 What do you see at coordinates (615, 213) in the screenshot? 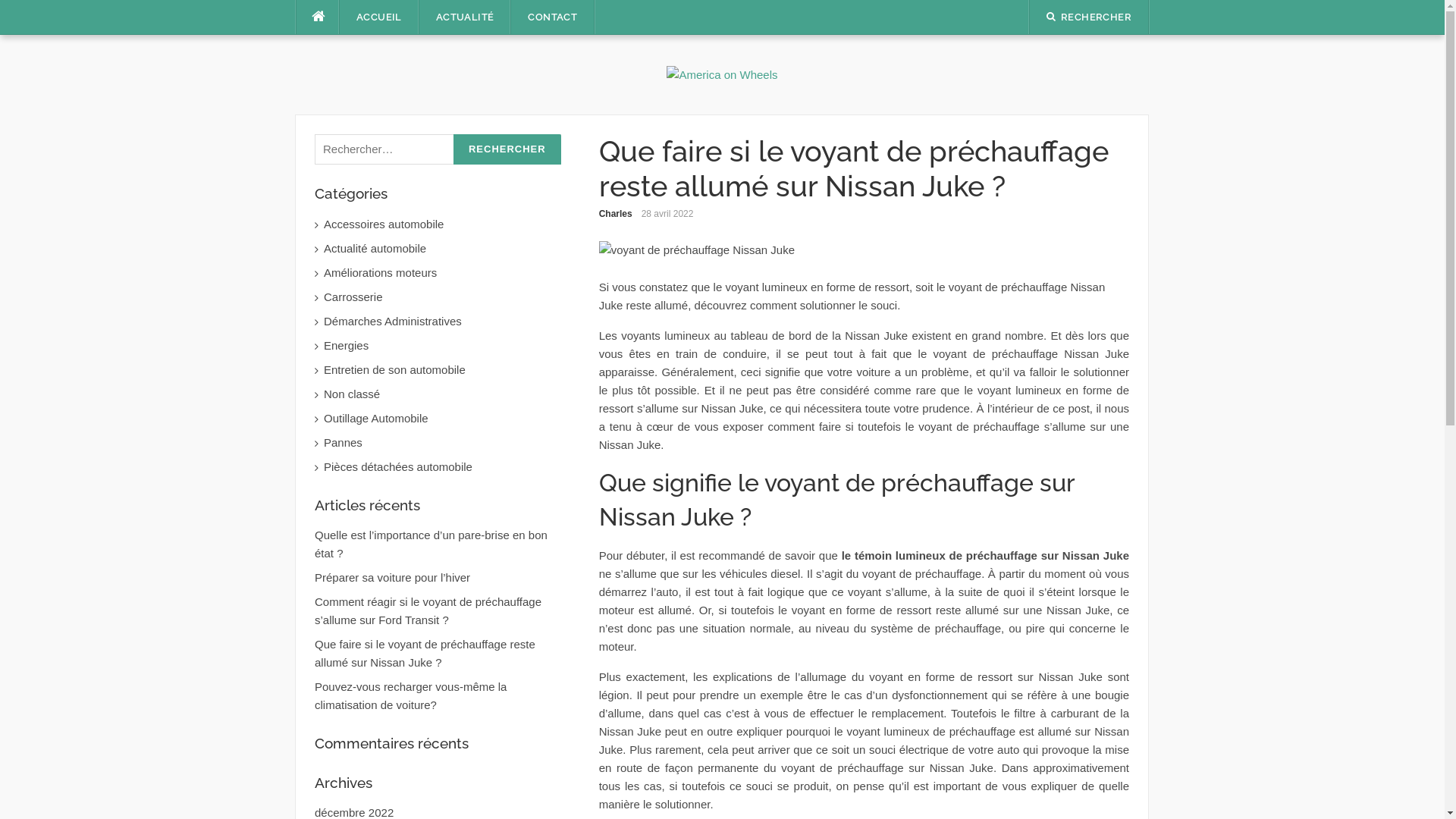
I see `'Charles'` at bounding box center [615, 213].